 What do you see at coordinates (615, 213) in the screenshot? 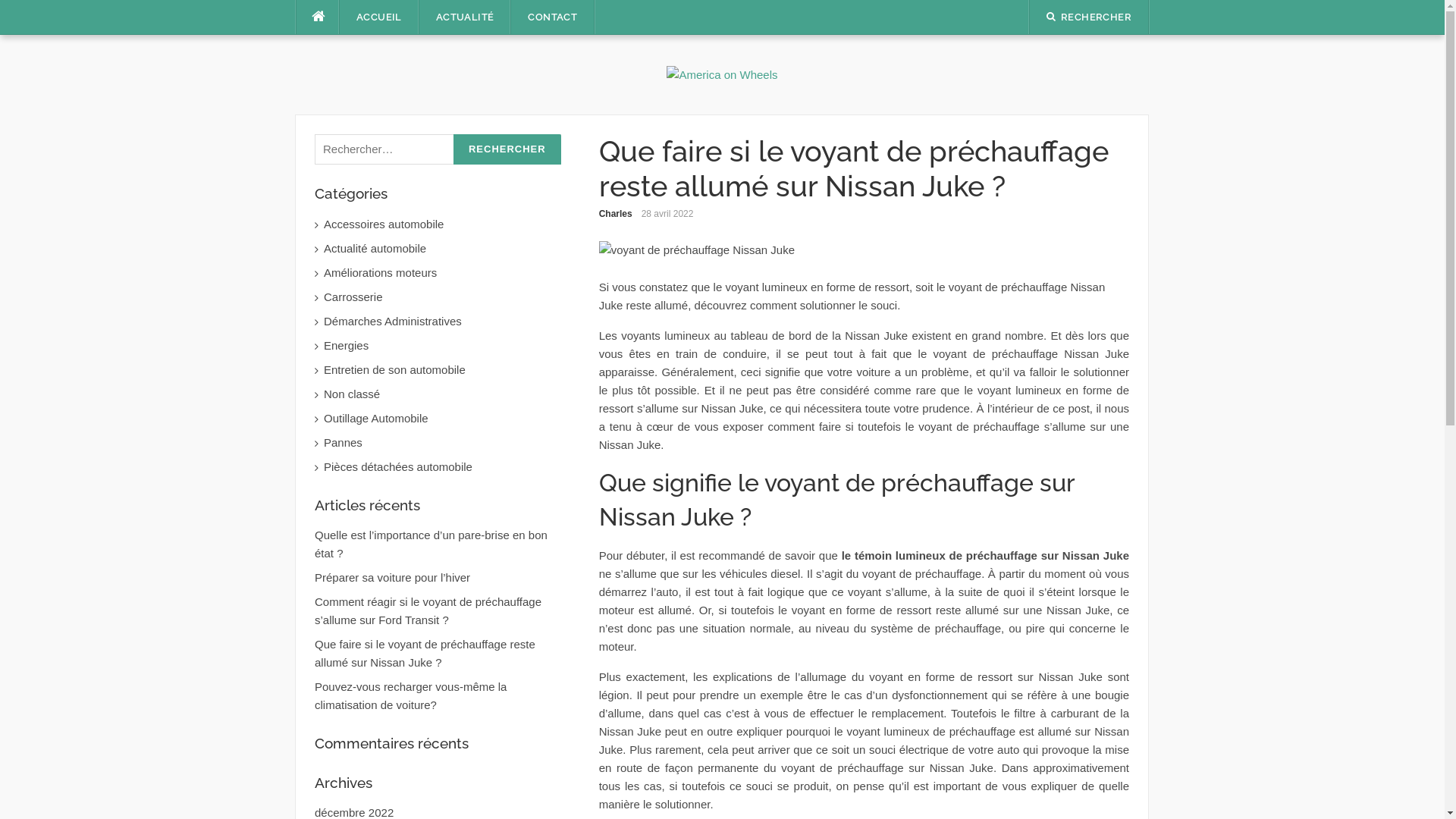
I see `'Charles'` at bounding box center [615, 213].